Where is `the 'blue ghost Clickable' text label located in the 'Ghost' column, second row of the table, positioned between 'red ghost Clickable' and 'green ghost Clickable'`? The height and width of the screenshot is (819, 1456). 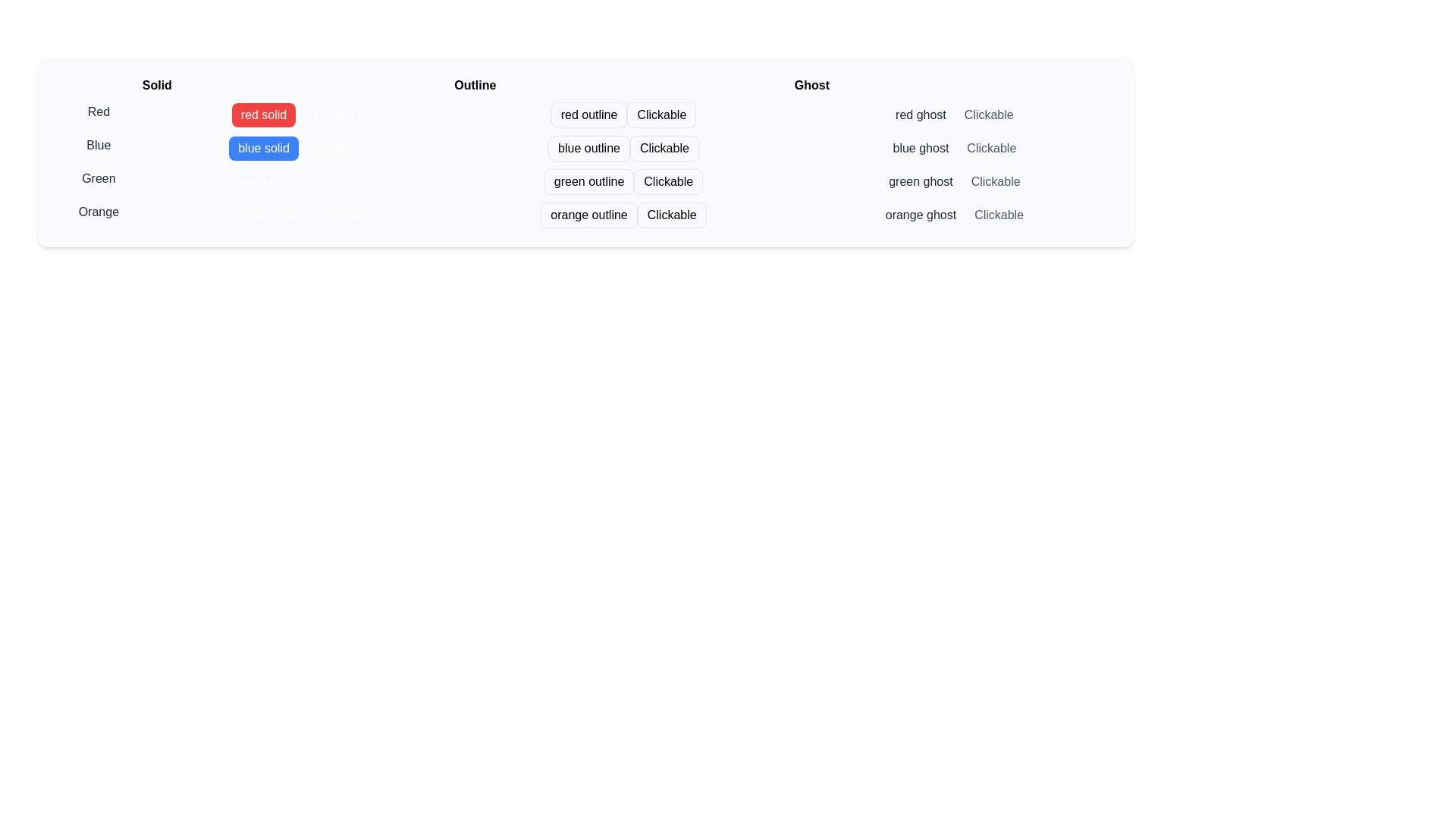
the 'blue ghost Clickable' text label located in the 'Ghost' column, second row of the table, positioned between 'red ghost Clickable' and 'green ghost Clickable' is located at coordinates (953, 146).